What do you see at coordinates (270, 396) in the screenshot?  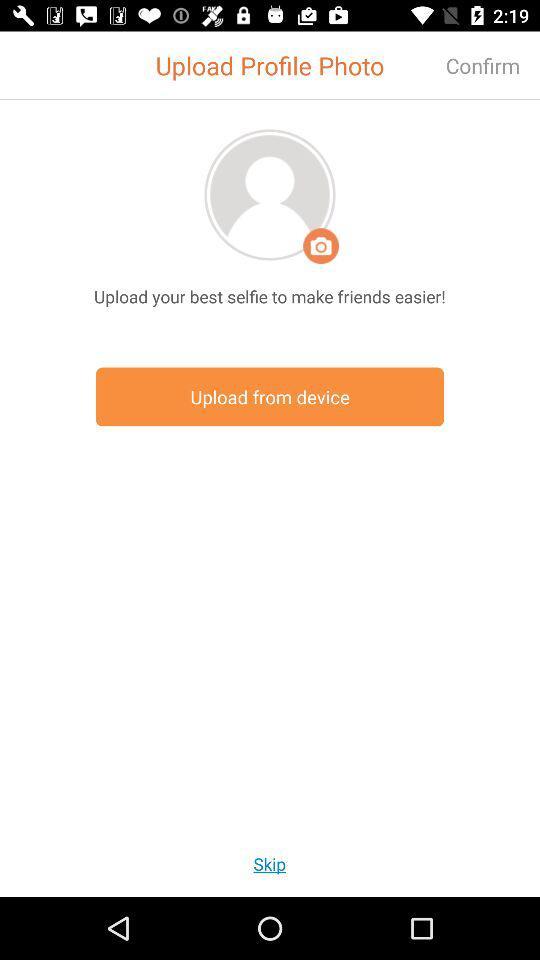 I see `item above skip item` at bounding box center [270, 396].